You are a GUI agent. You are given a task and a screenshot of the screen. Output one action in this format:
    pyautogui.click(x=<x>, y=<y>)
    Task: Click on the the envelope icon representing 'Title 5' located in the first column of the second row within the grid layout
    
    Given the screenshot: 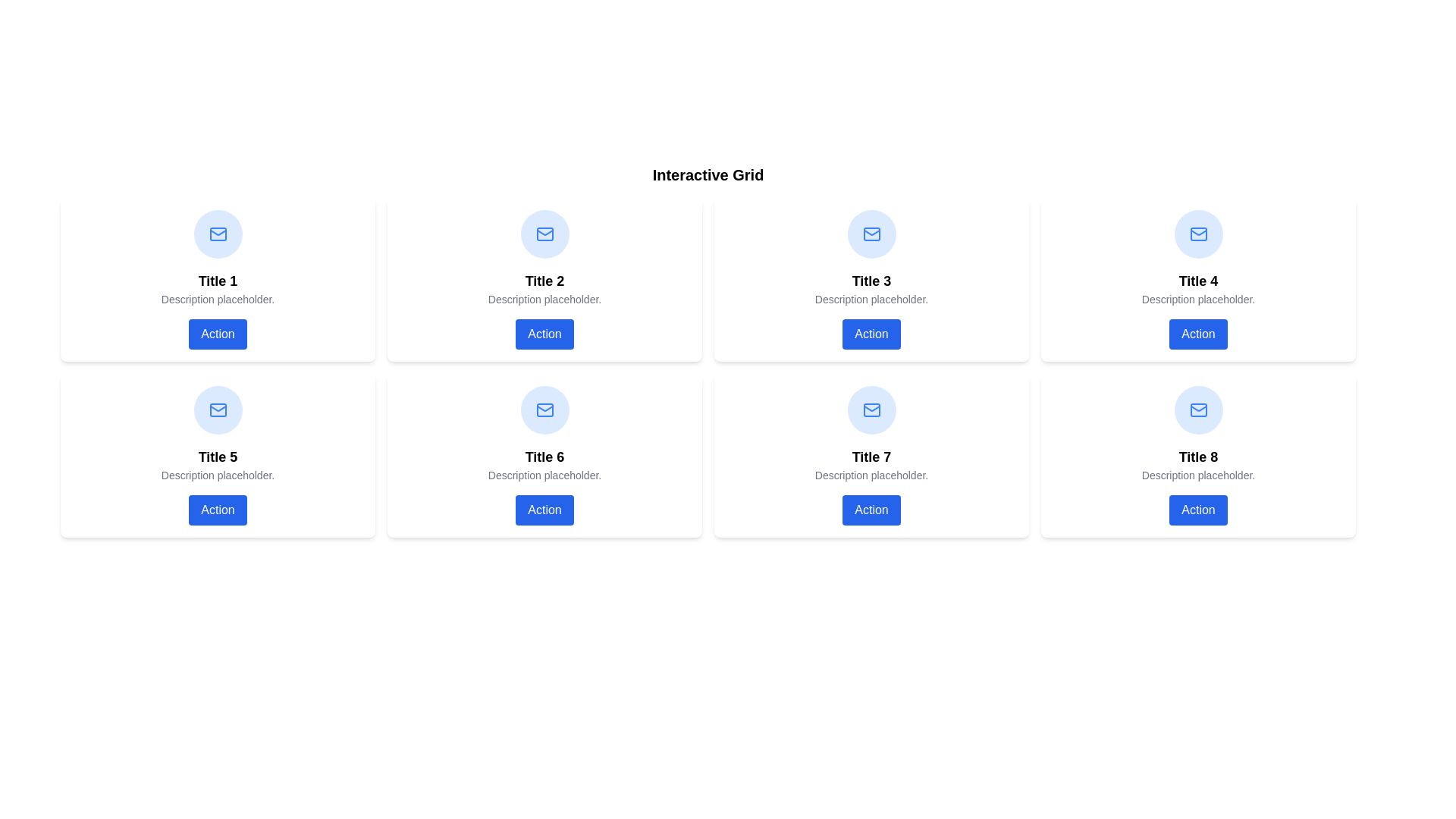 What is the action you would take?
    pyautogui.click(x=217, y=409)
    